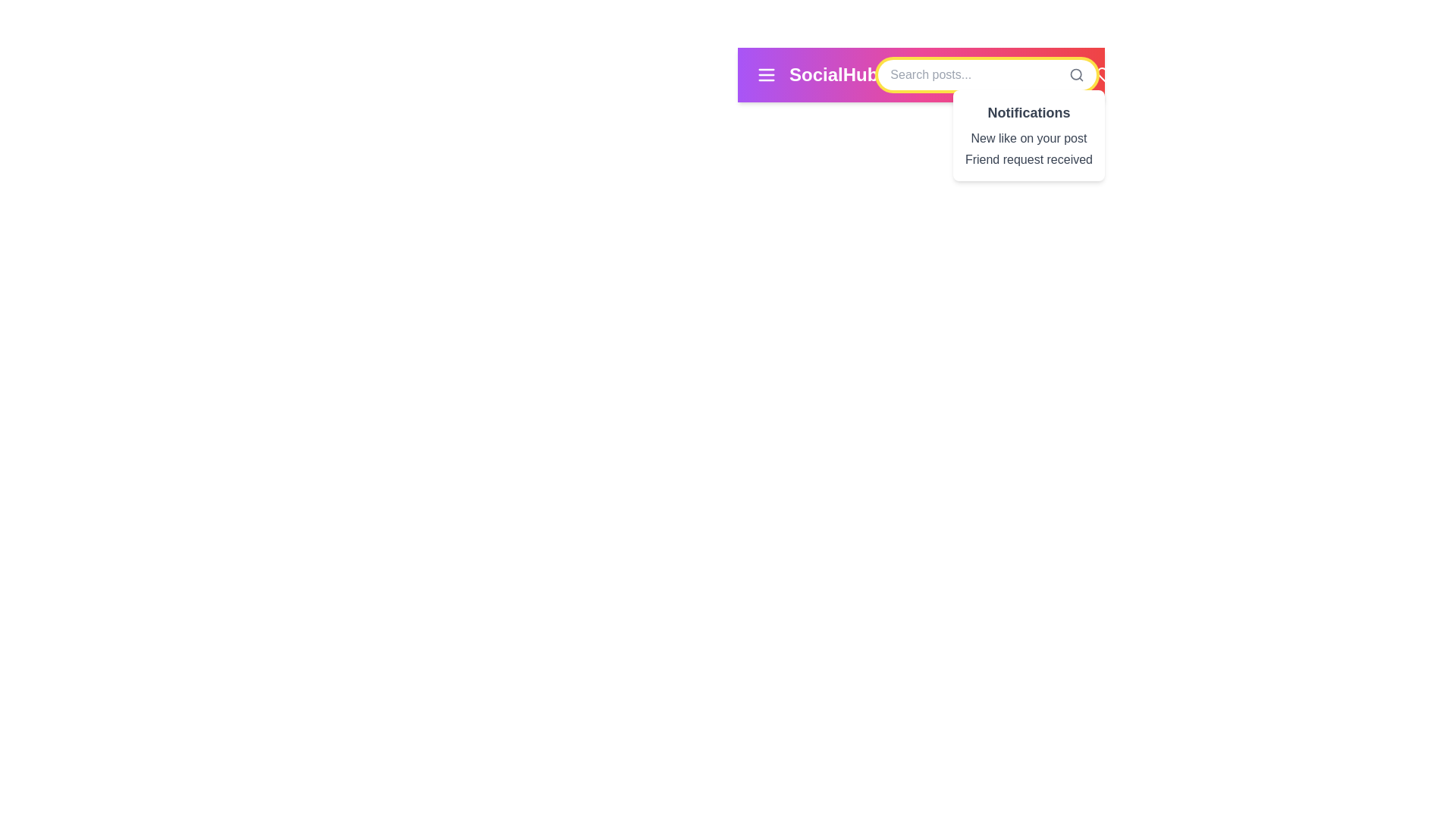 The height and width of the screenshot is (819, 1456). Describe the element at coordinates (1178, 75) in the screenshot. I see `the user profile icon` at that location.